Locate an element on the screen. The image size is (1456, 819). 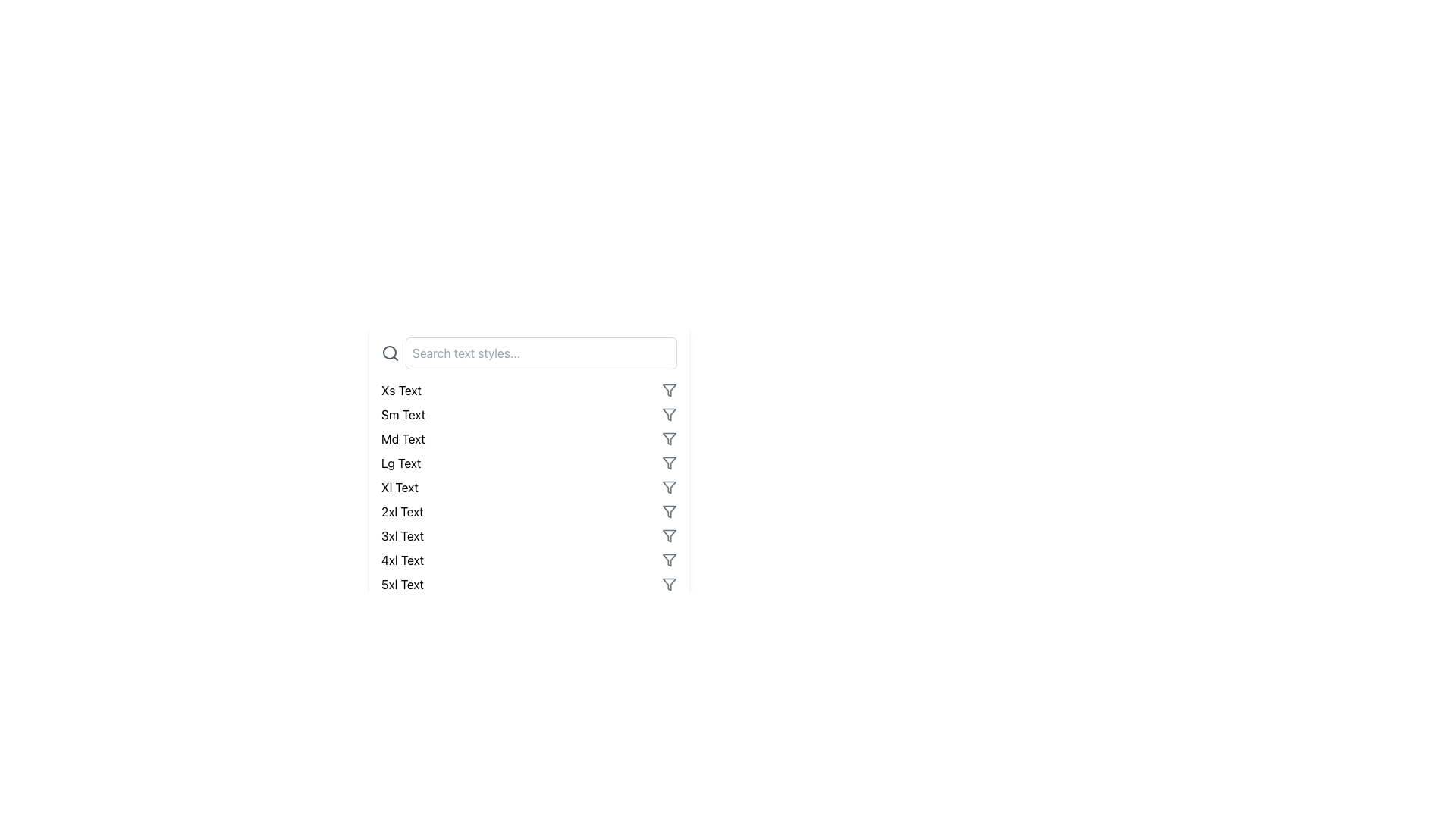
the downward-pointing triangular icon located to the right of the 'Xl Text' list item is located at coordinates (669, 488).